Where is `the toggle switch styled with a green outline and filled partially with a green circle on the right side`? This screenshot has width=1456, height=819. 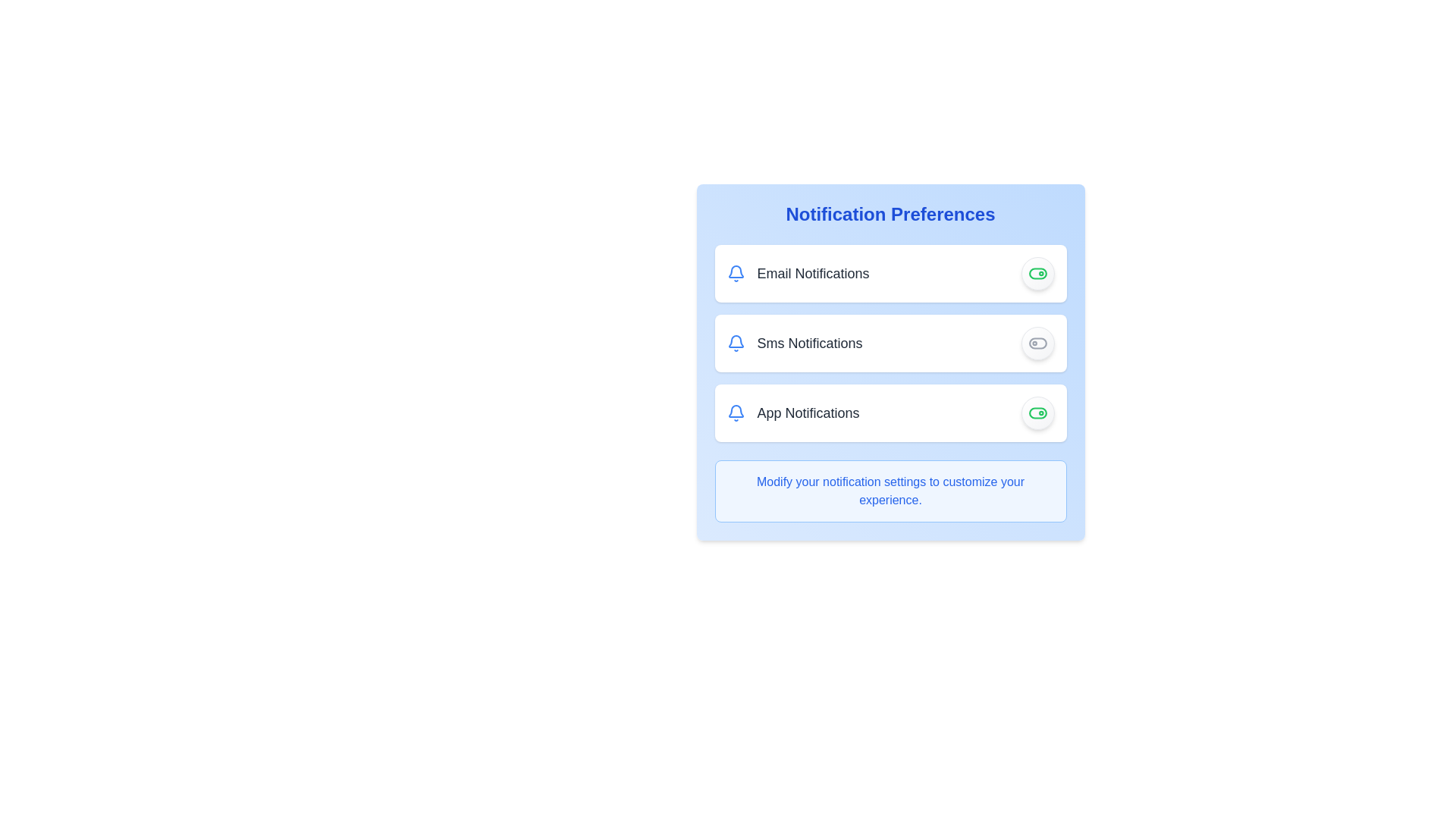 the toggle switch styled with a green outline and filled partially with a green circle on the right side is located at coordinates (1037, 413).